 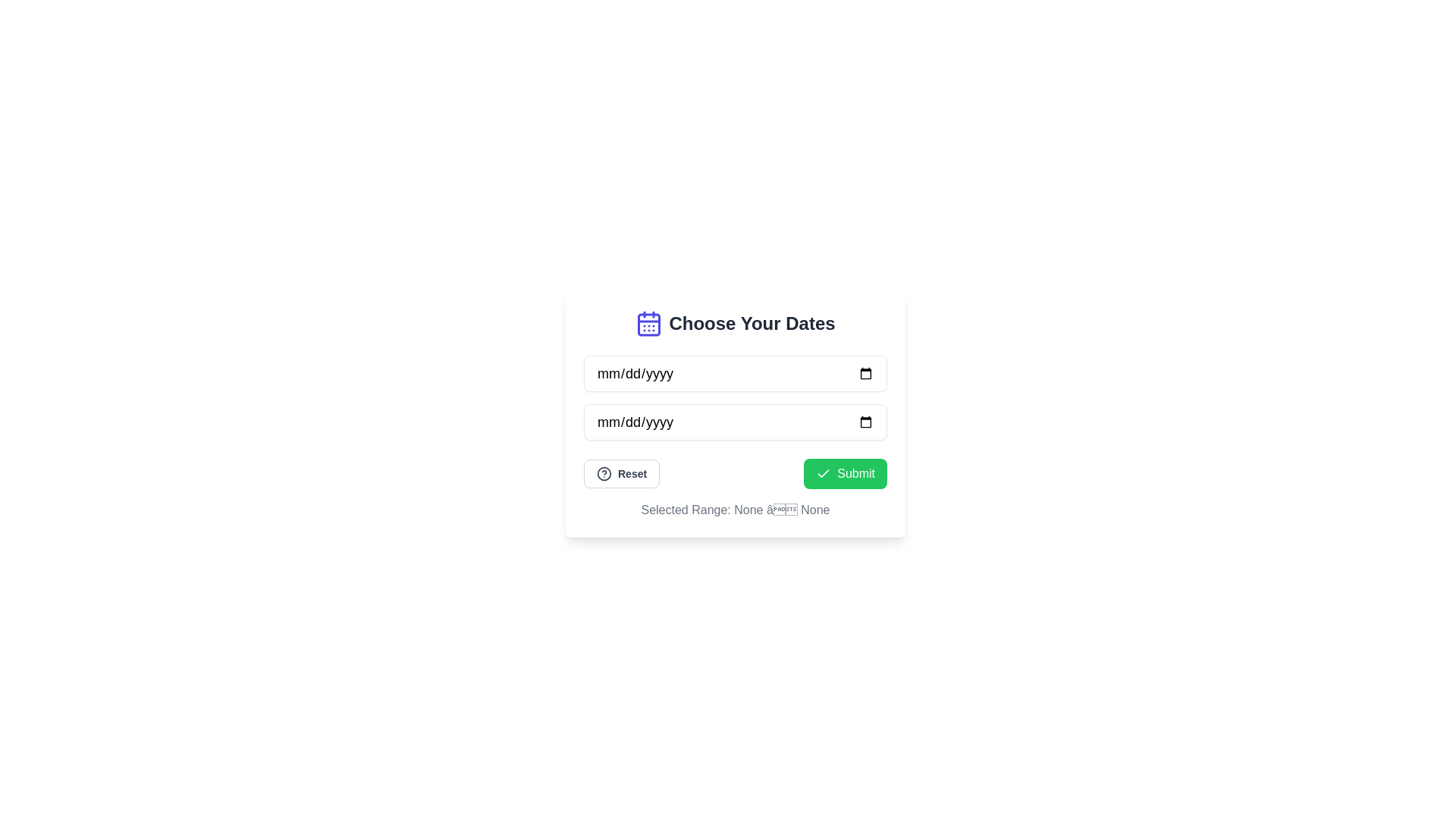 What do you see at coordinates (622, 472) in the screenshot?
I see `the 'Reset' button, which has a light gray border, rounded edges, and a hover effect` at bounding box center [622, 472].